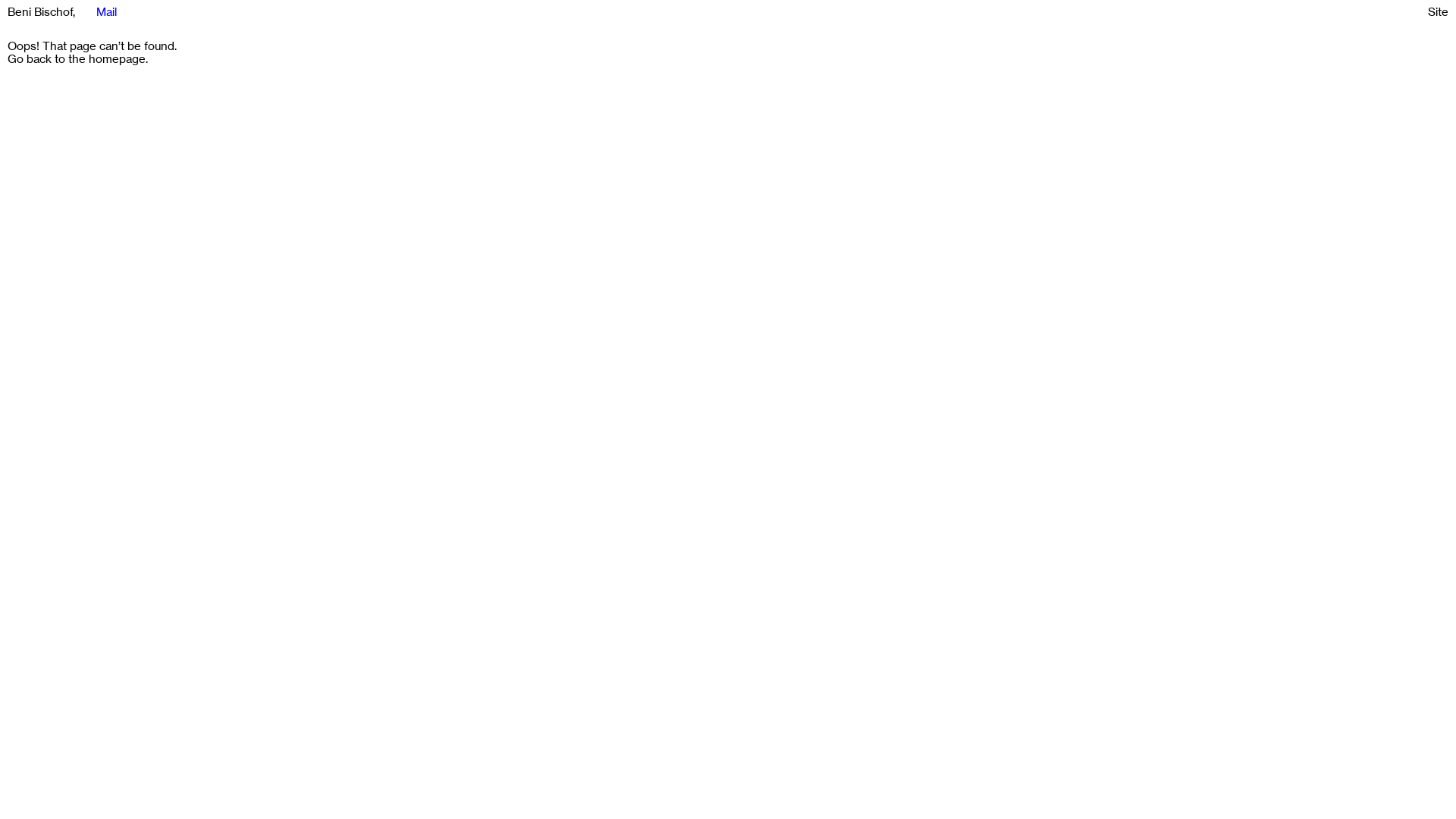 The image size is (1456, 819). What do you see at coordinates (116, 58) in the screenshot?
I see `'homepage'` at bounding box center [116, 58].